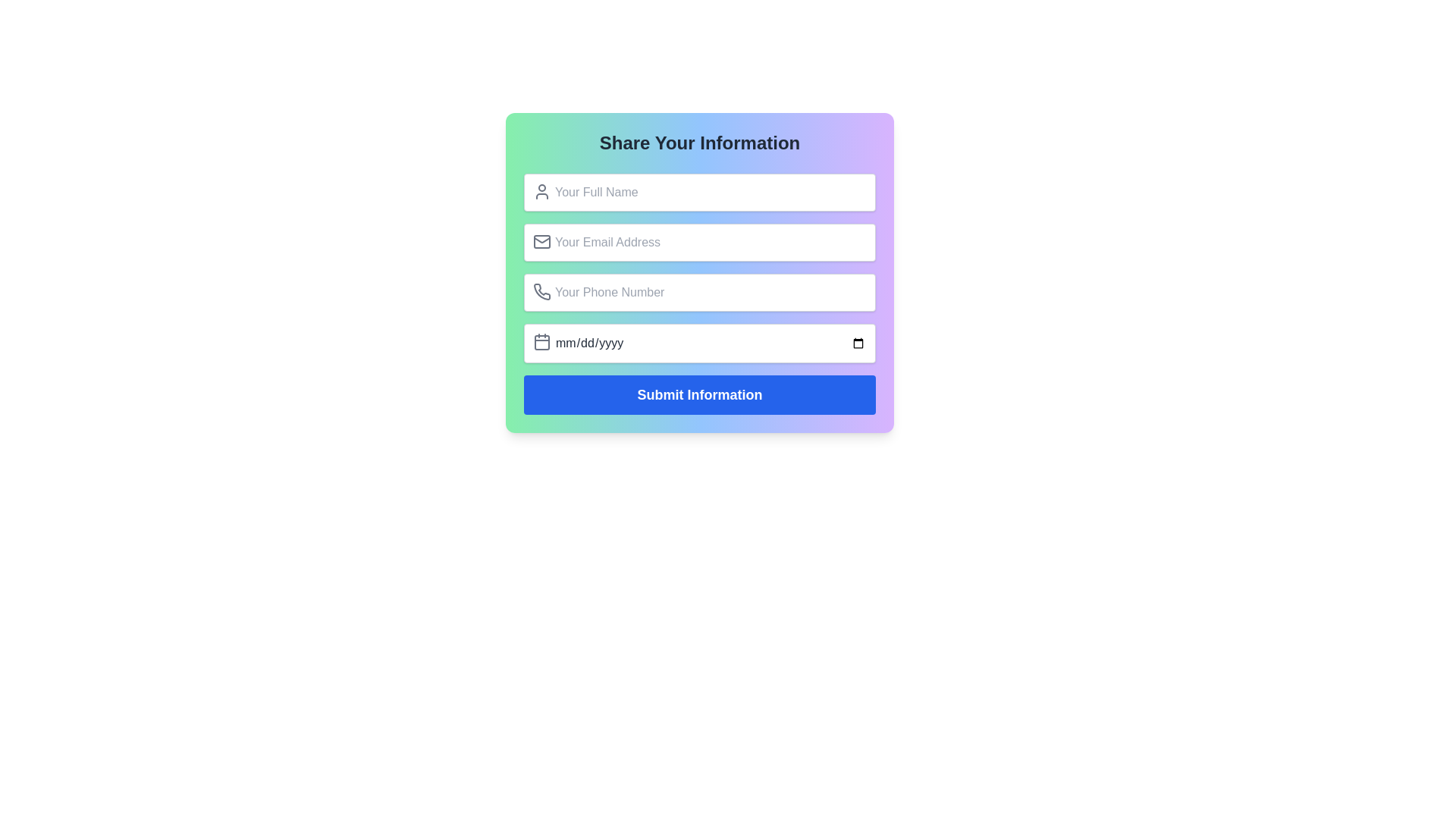  I want to click on rounded-corner square decorative component located at the center of the calendar icon, which features a gray outline with two vertical marks at the top, so click(542, 342).